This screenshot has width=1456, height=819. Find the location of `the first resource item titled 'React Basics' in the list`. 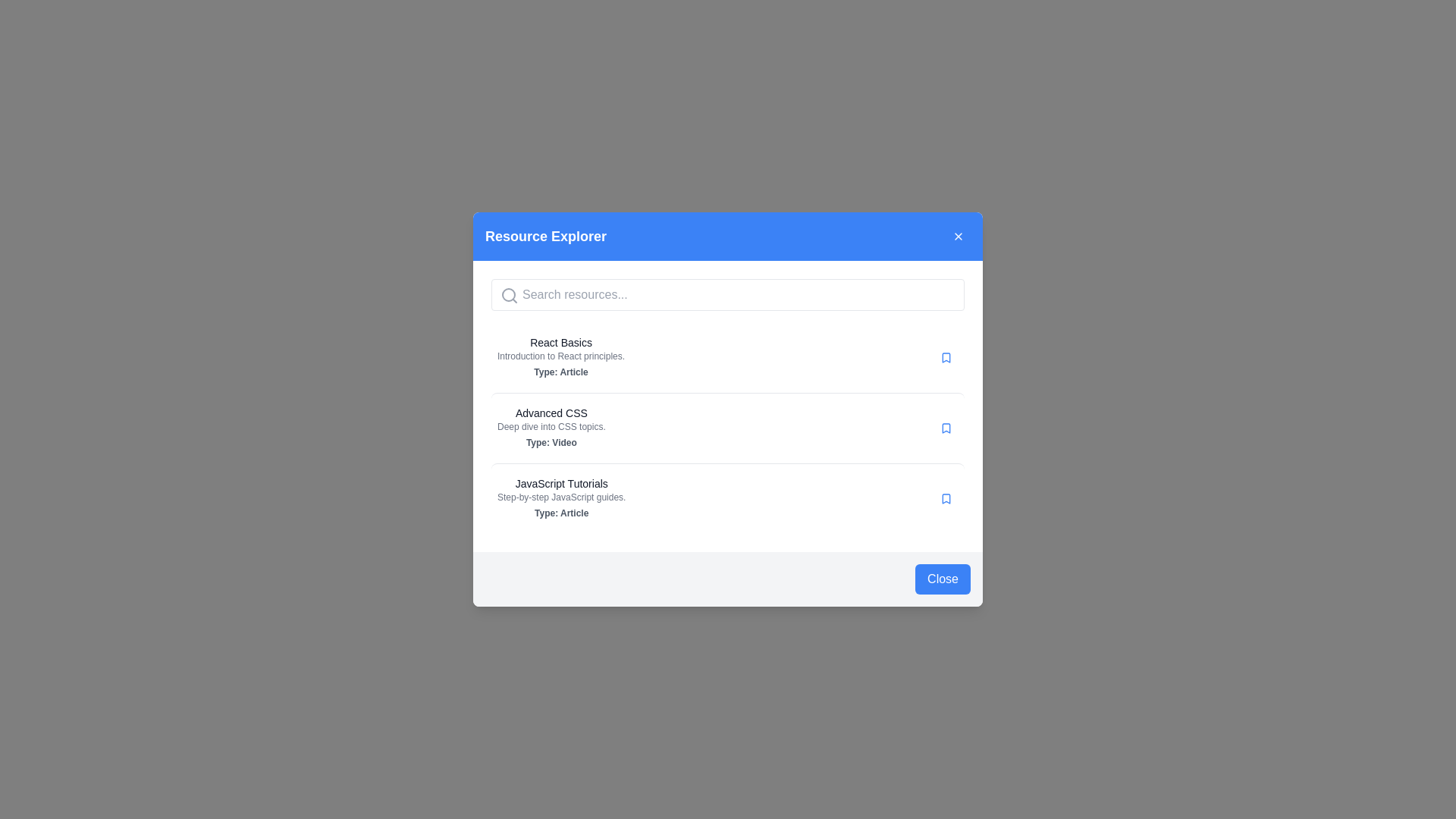

the first resource item titled 'React Basics' in the list is located at coordinates (728, 357).